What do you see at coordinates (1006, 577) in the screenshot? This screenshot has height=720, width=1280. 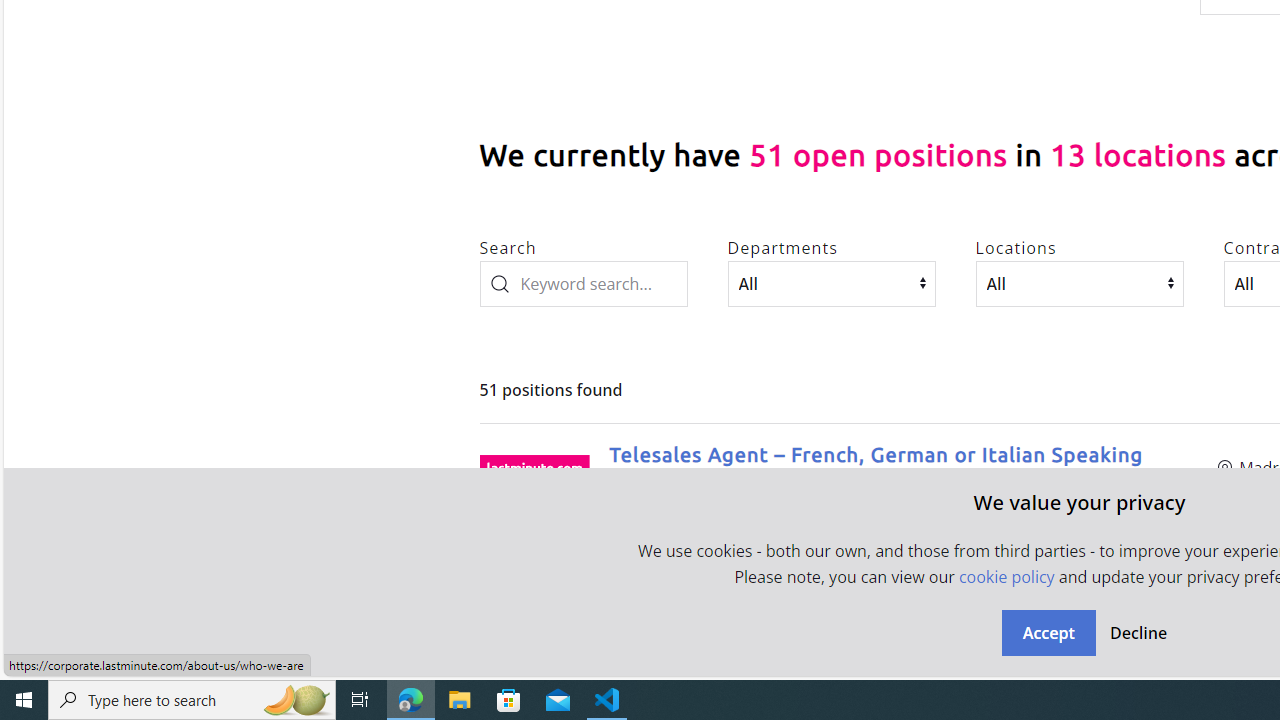 I see `'cookie policy'` at bounding box center [1006, 577].